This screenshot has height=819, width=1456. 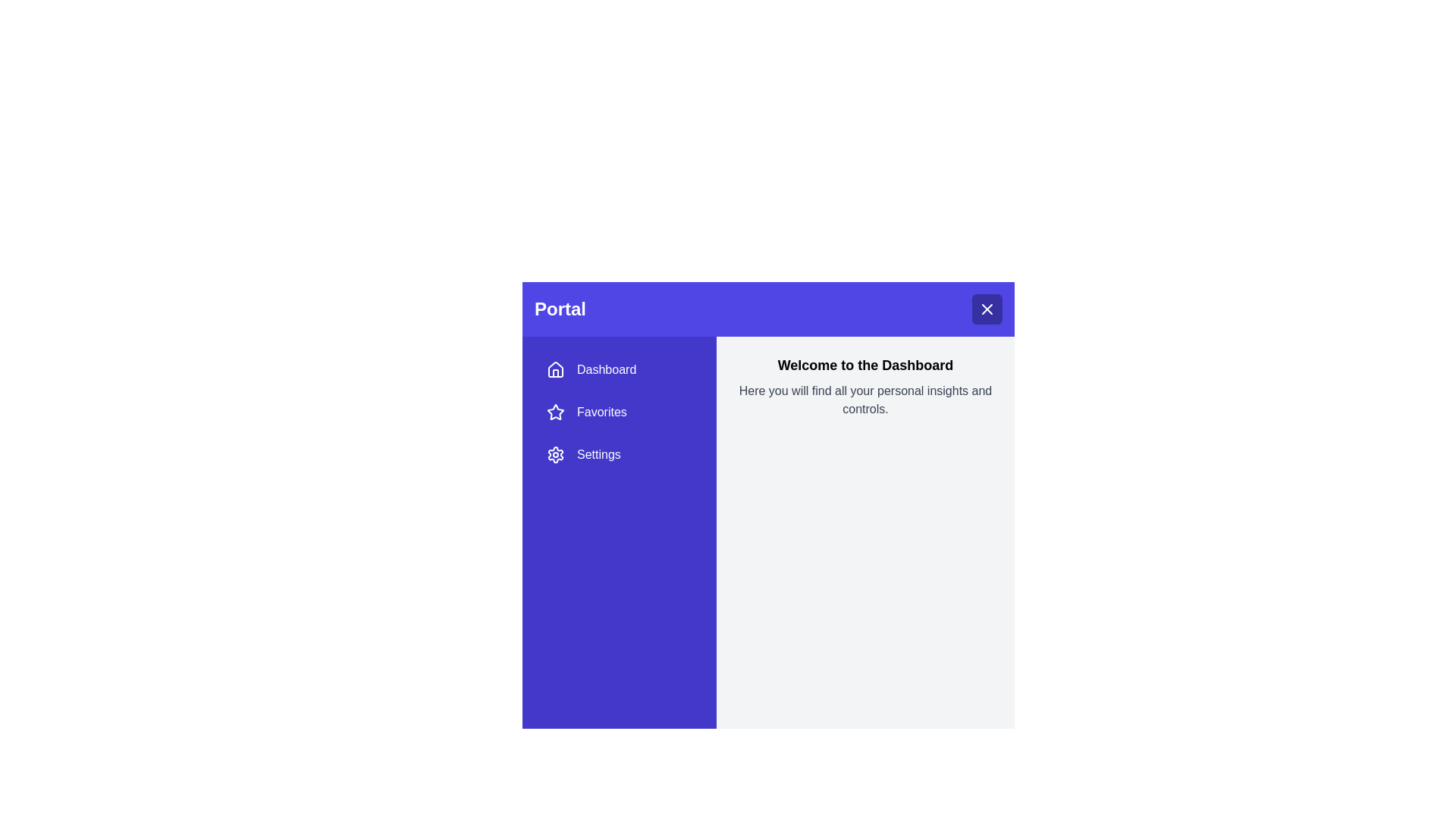 I want to click on the close button located in the top-right corner of the purple header bar, adjacent to the 'Portal' text, so click(x=987, y=309).